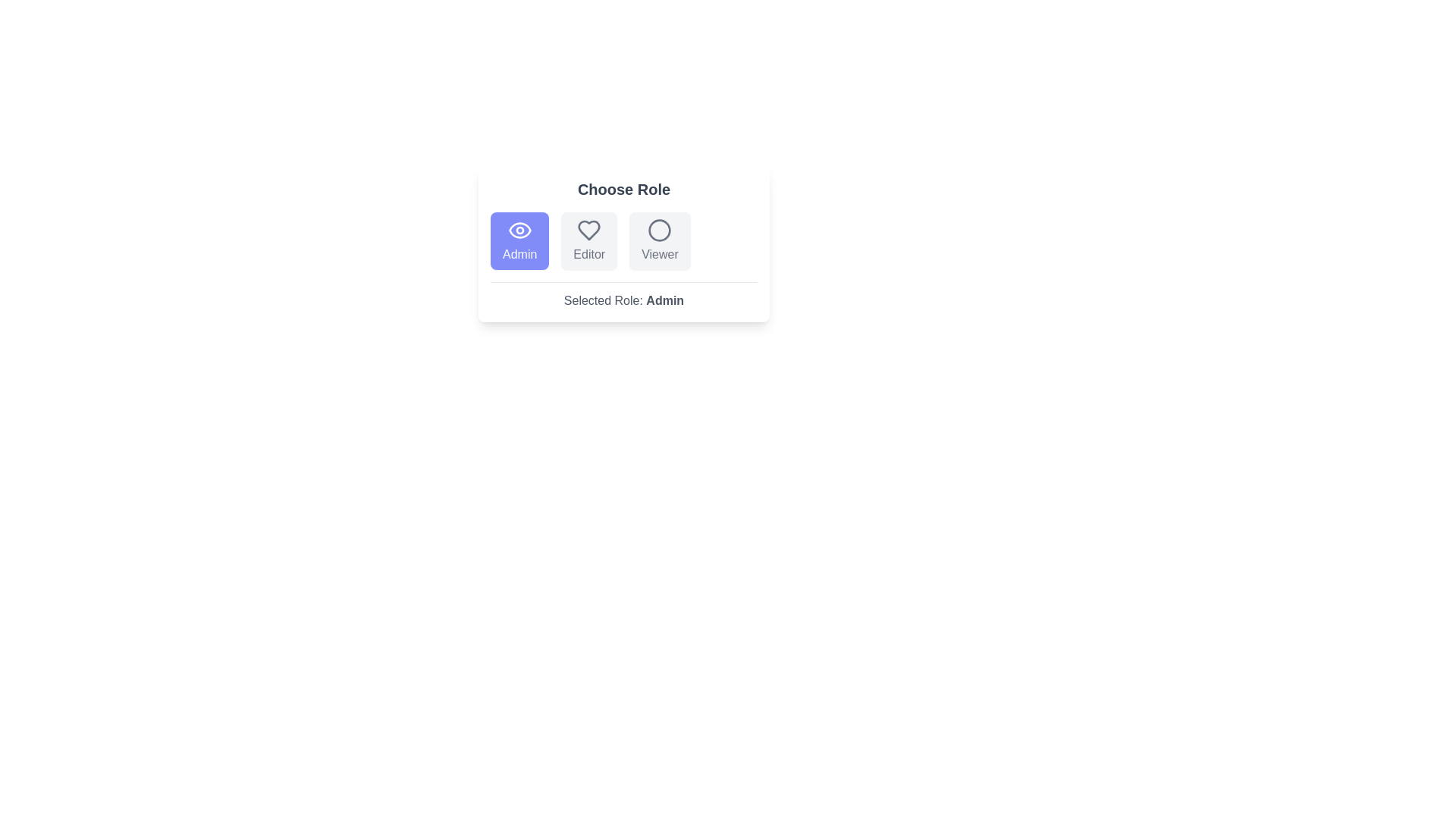 This screenshot has height=819, width=1456. I want to click on the 'Admin' role selection icon located at the top center of the purple 'Admin' button to indicate its functionality as an interactive guide, so click(519, 231).